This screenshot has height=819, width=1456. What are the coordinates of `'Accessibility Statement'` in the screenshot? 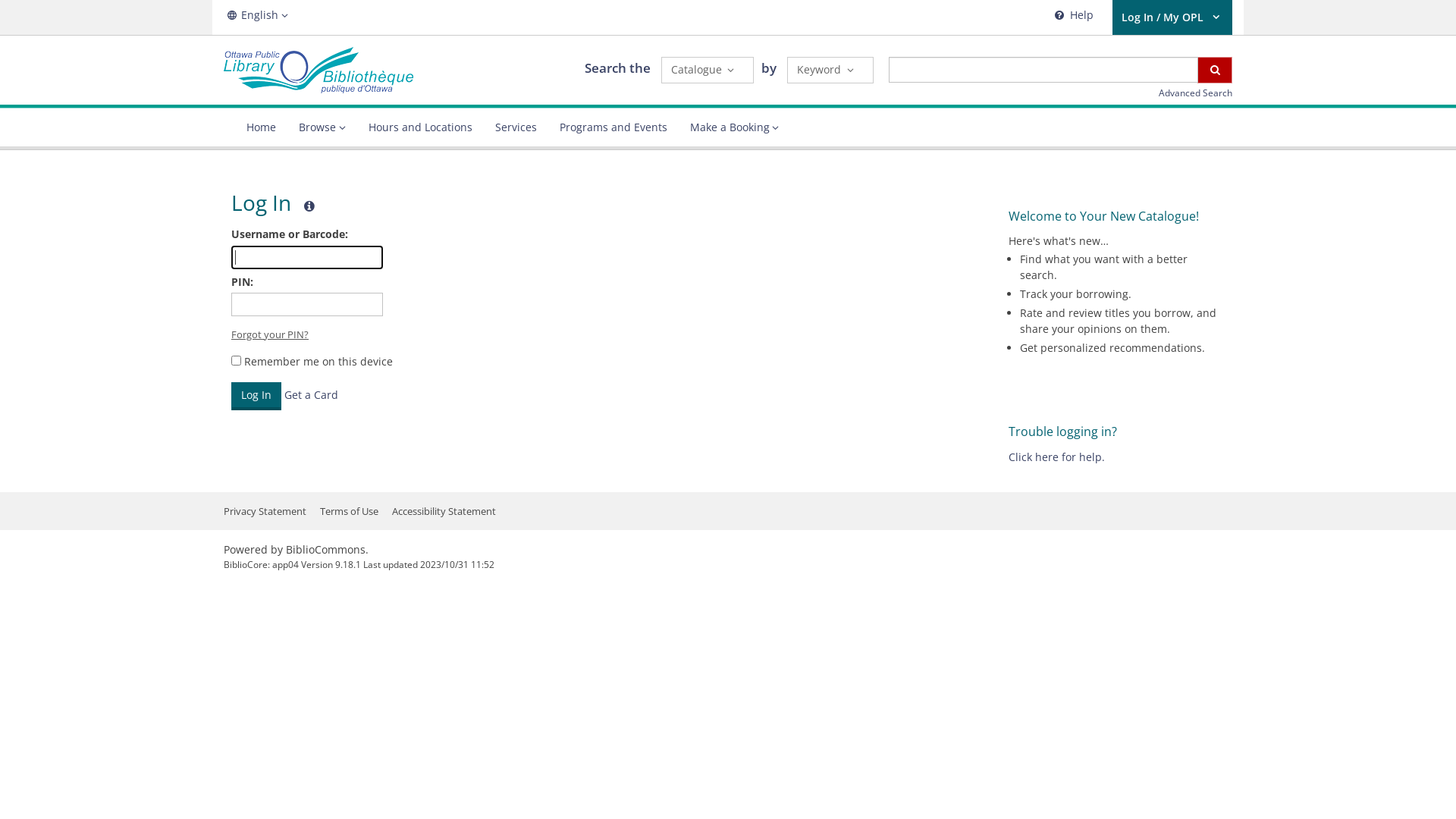 It's located at (443, 511).